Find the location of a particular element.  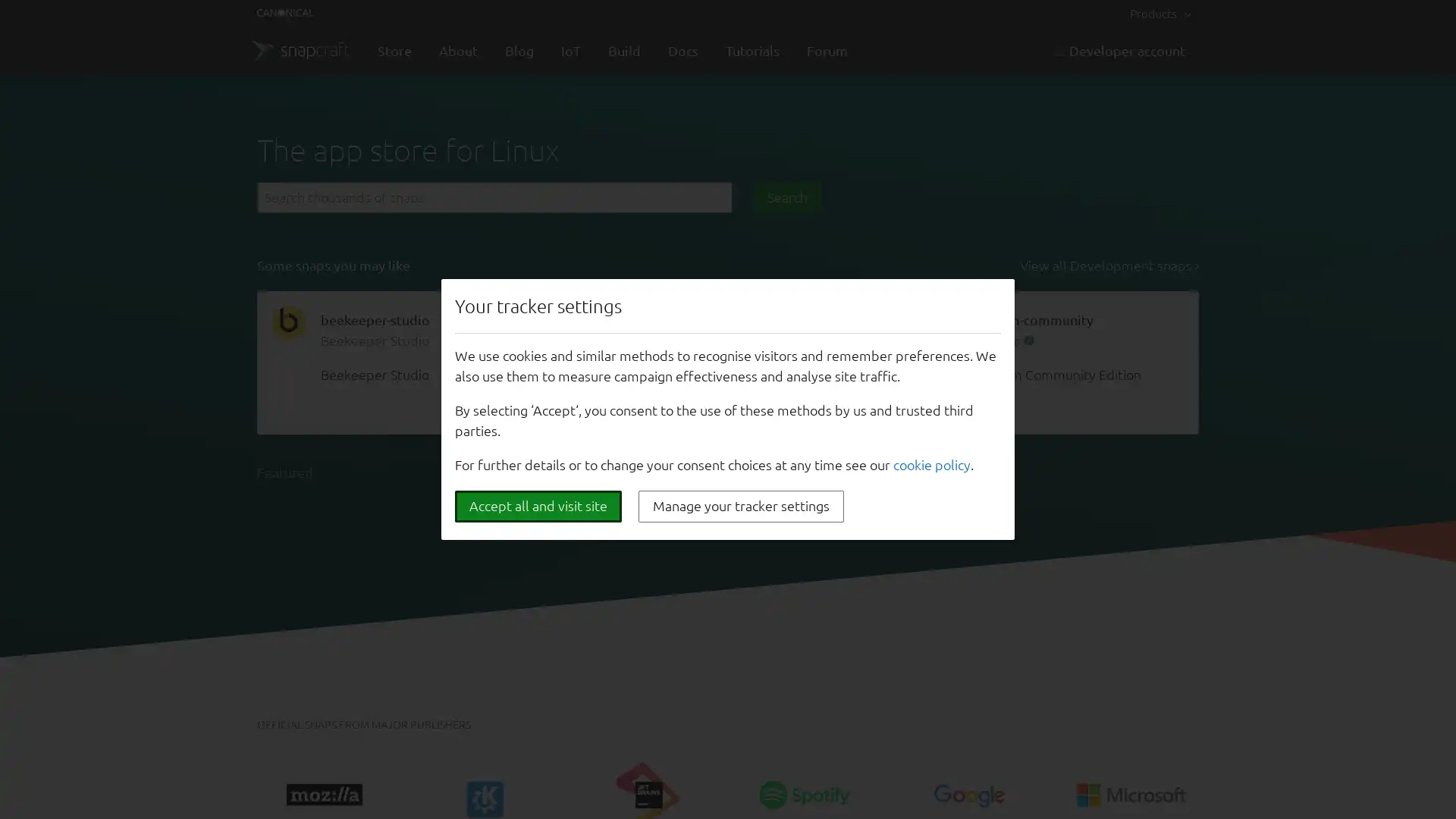

Accept all and visit site is located at coordinates (538, 506).